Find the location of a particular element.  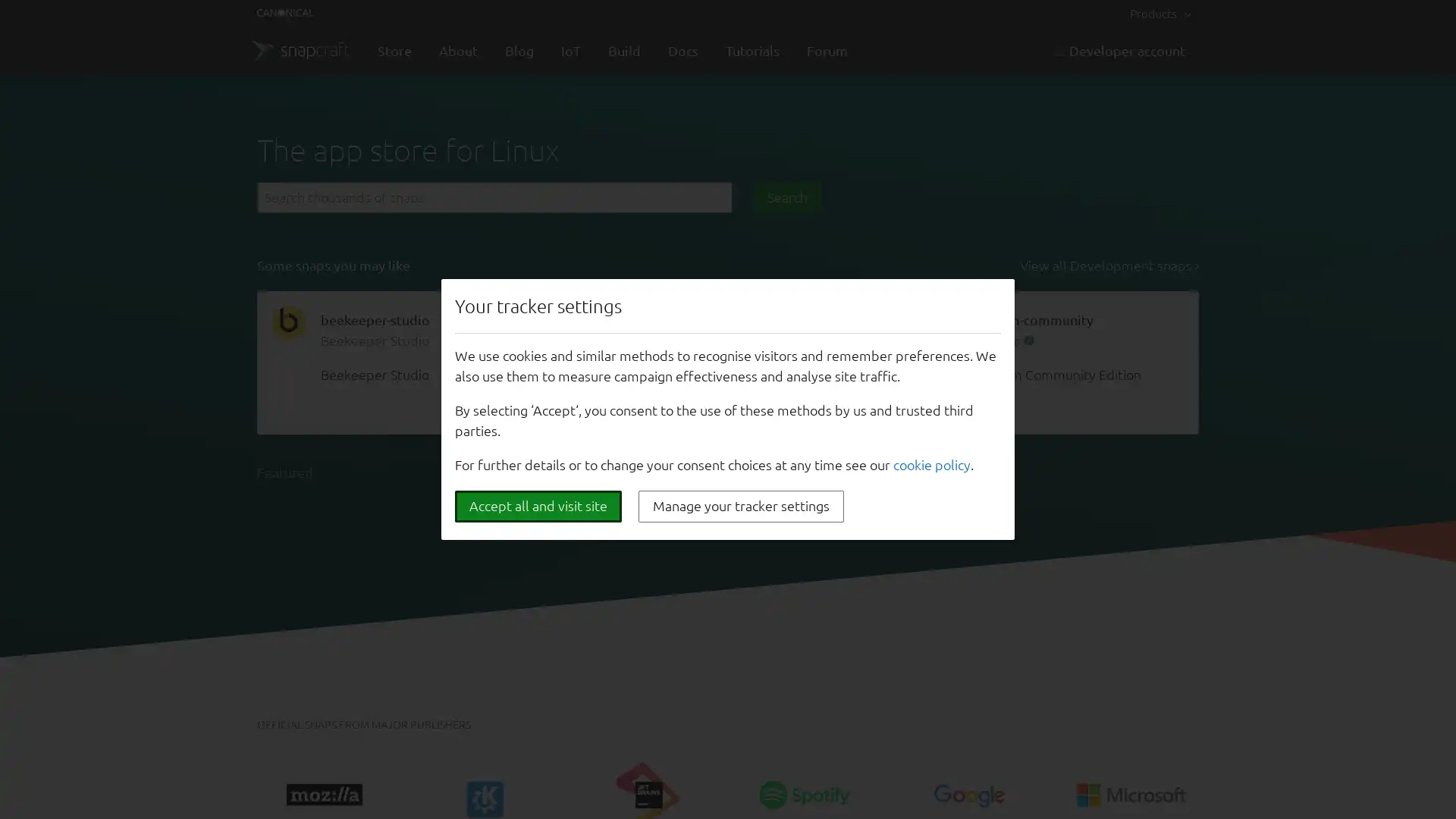

Accept all and visit site is located at coordinates (538, 506).